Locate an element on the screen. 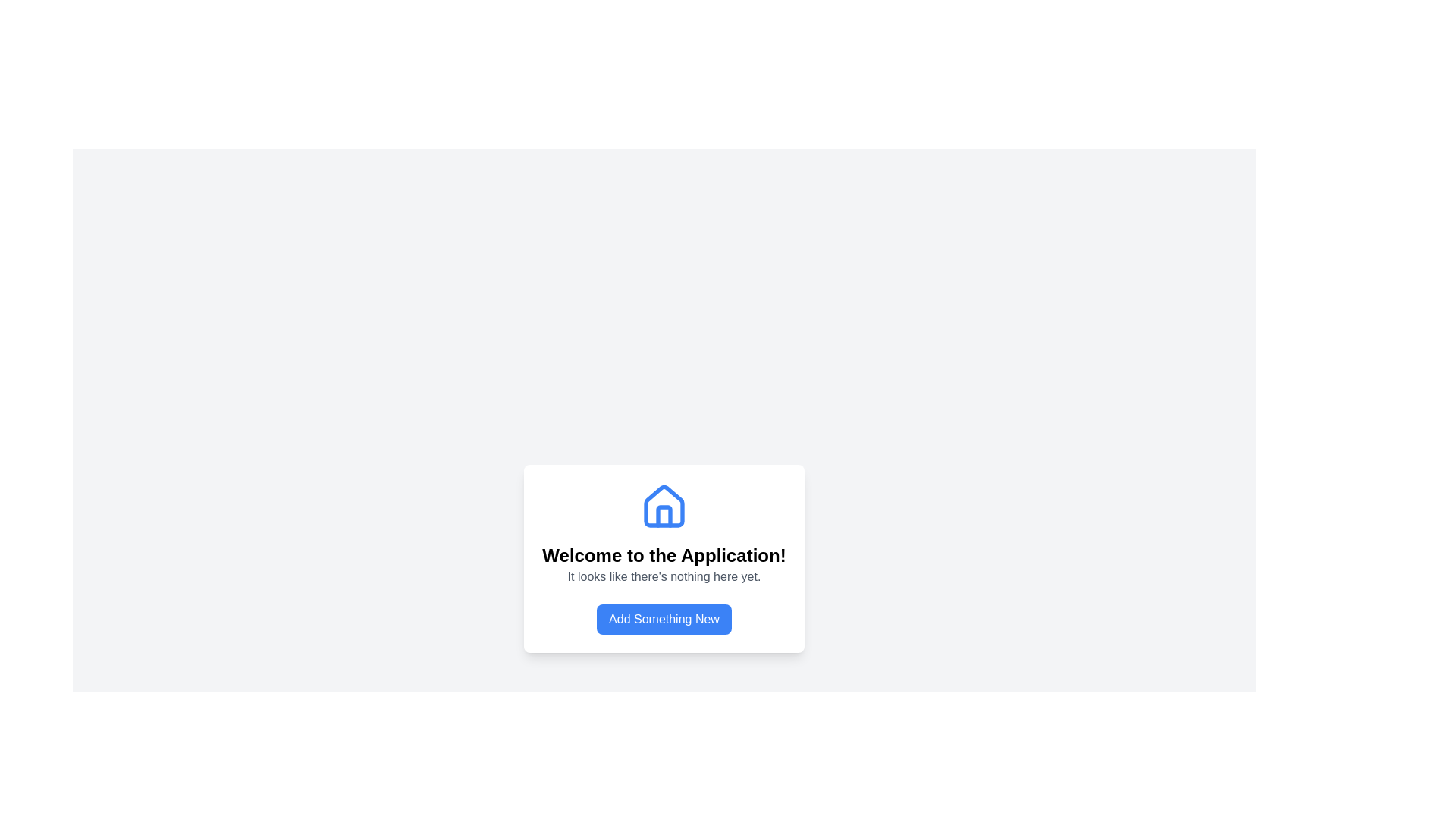 The image size is (1456, 819). the door element of the house icon, which enhances clarity and visual appeal within the interface is located at coordinates (664, 516).